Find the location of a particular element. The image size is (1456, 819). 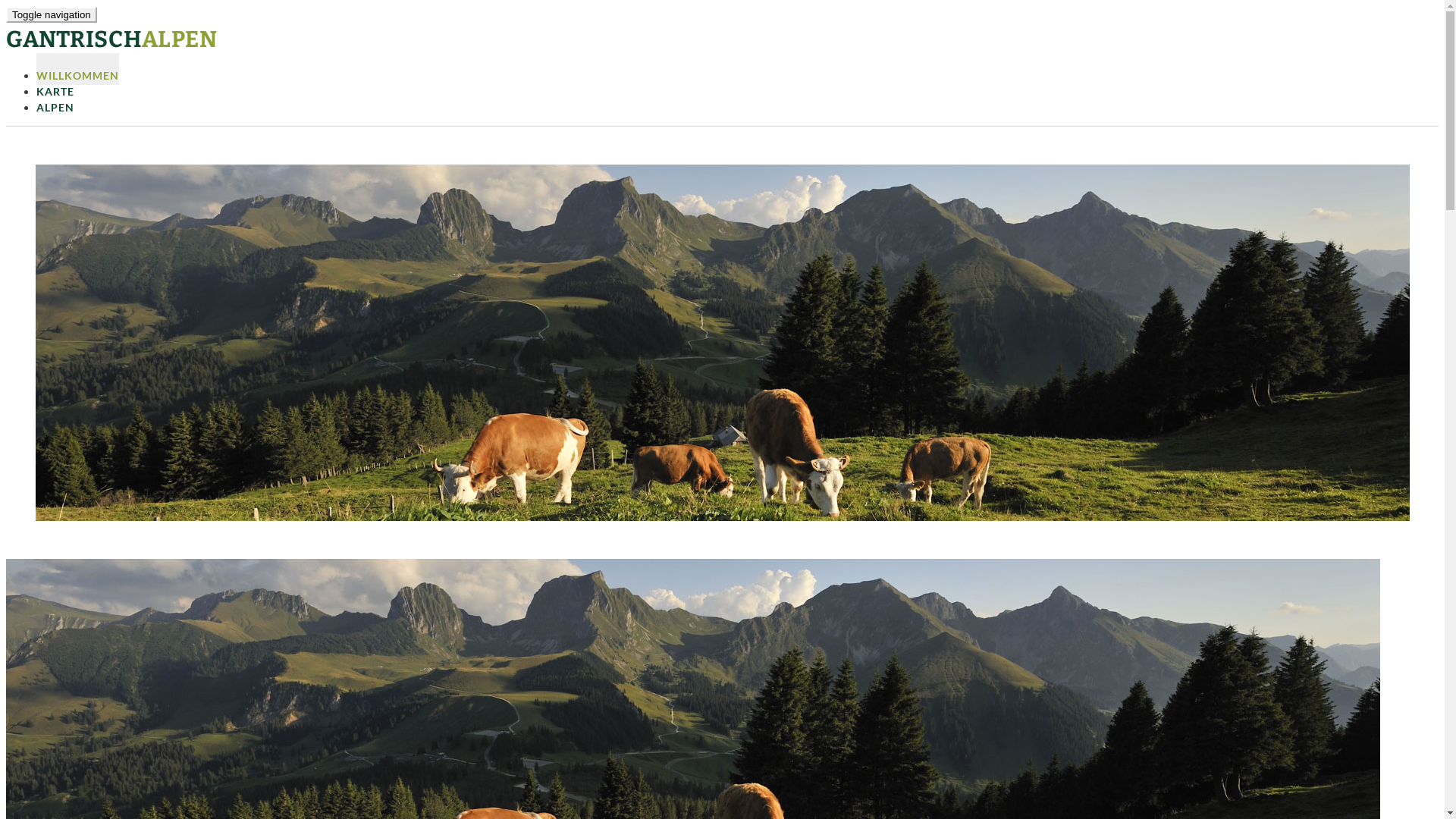

'GANTRISCHALPEN' is located at coordinates (111, 38).